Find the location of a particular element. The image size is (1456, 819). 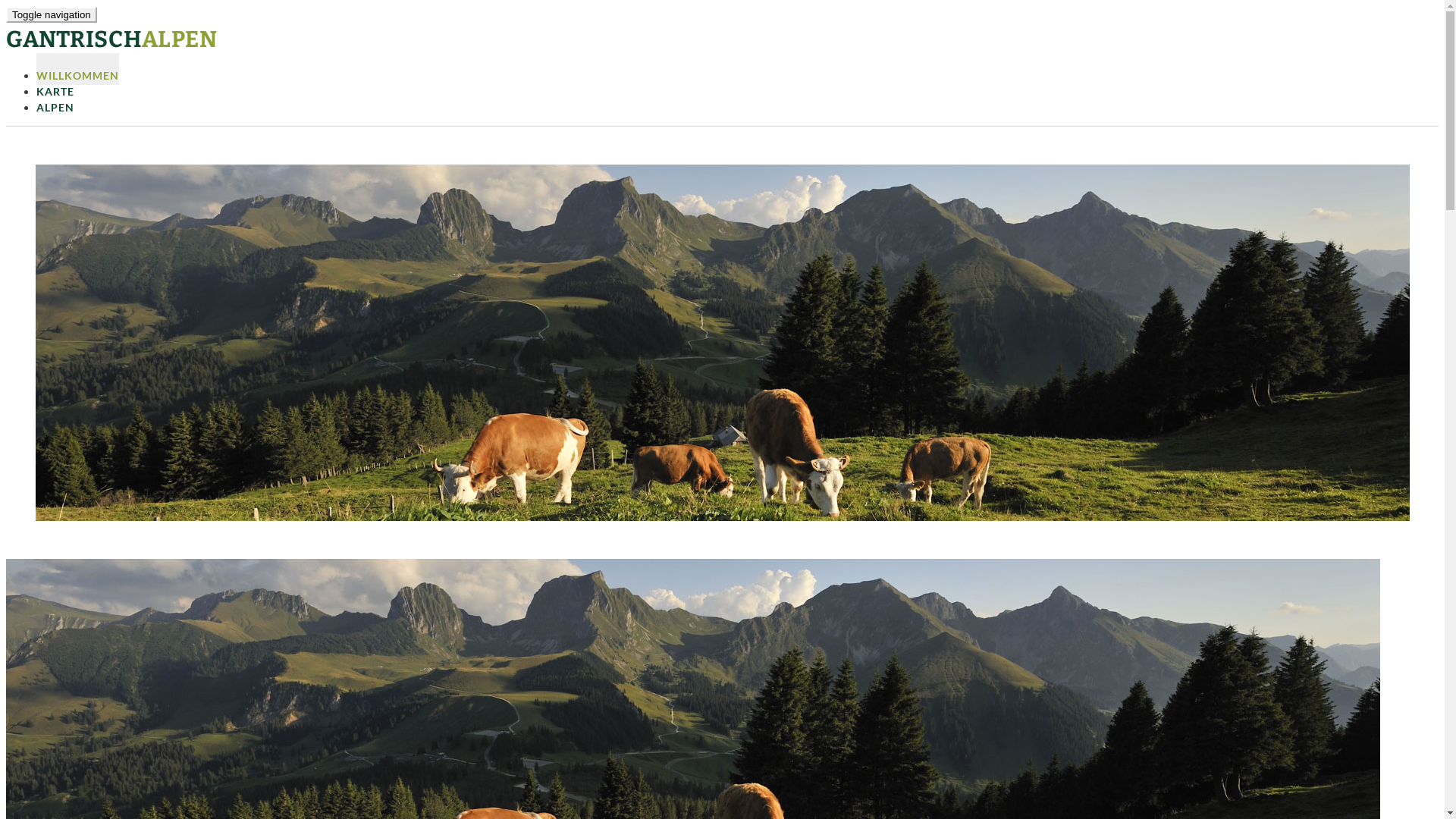

'GANTRISCHALPEN' is located at coordinates (111, 38).